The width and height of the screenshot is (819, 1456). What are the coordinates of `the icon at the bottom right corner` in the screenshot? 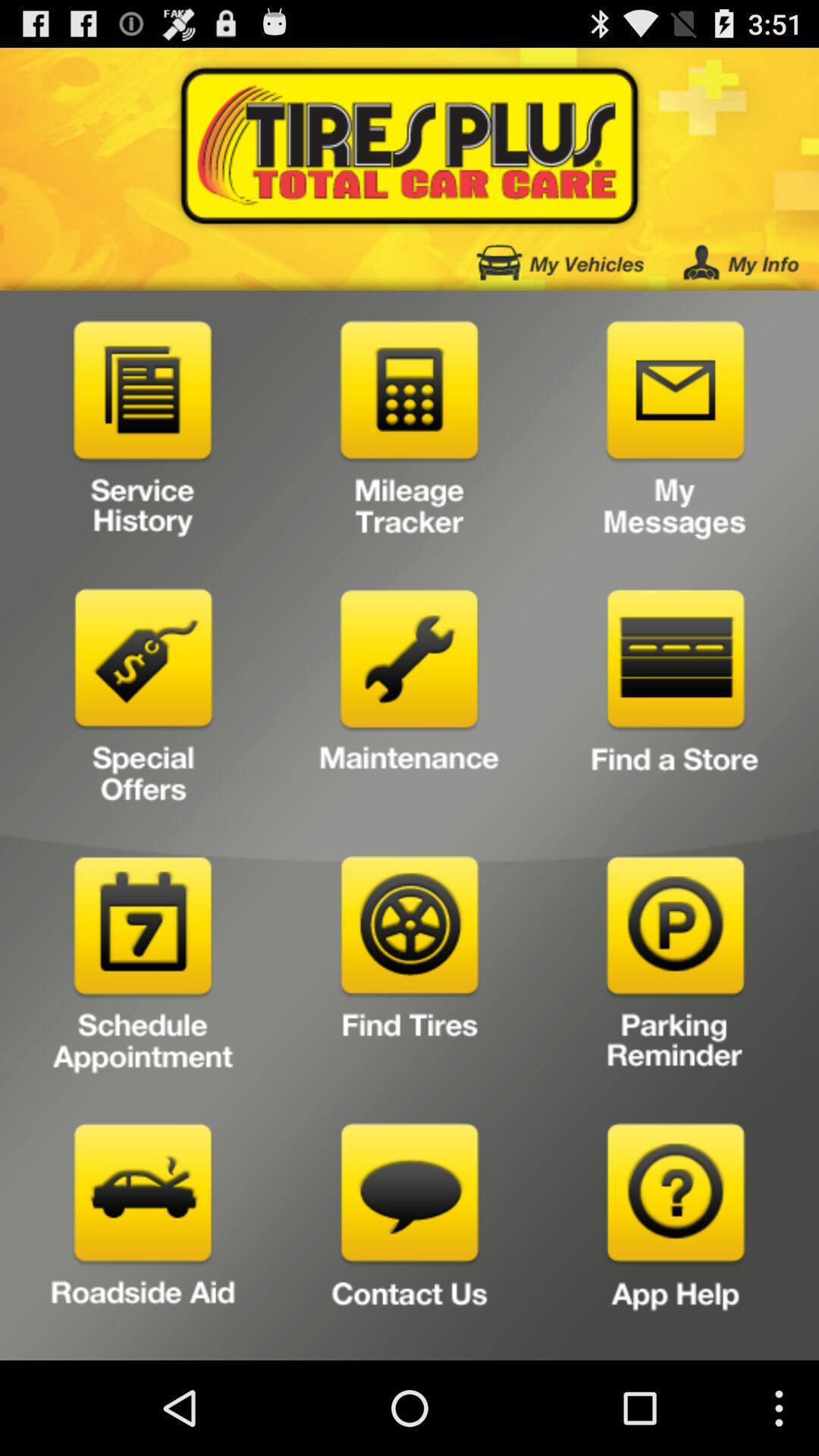 It's located at (675, 1236).